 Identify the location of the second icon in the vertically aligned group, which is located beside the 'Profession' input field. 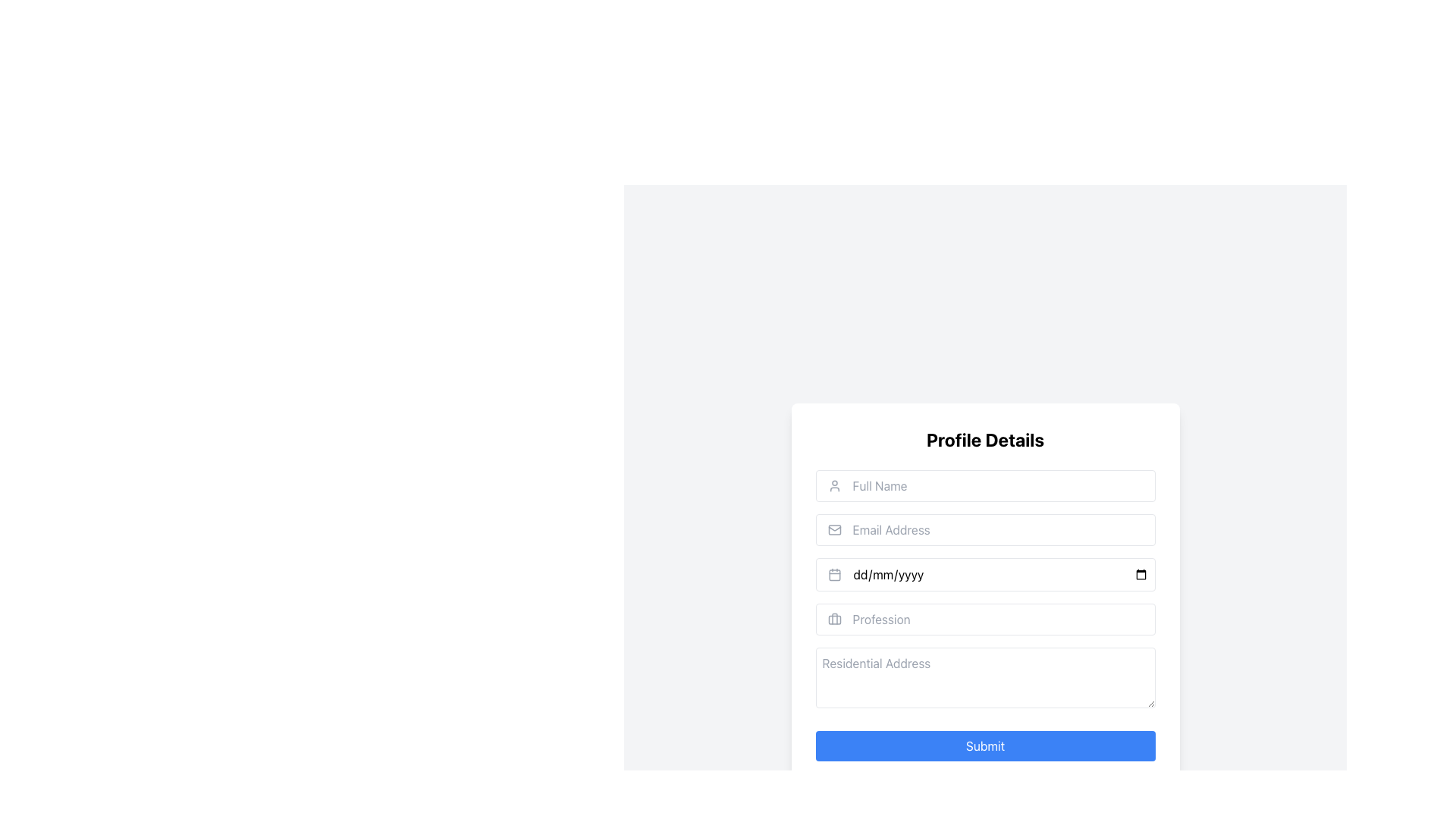
(833, 620).